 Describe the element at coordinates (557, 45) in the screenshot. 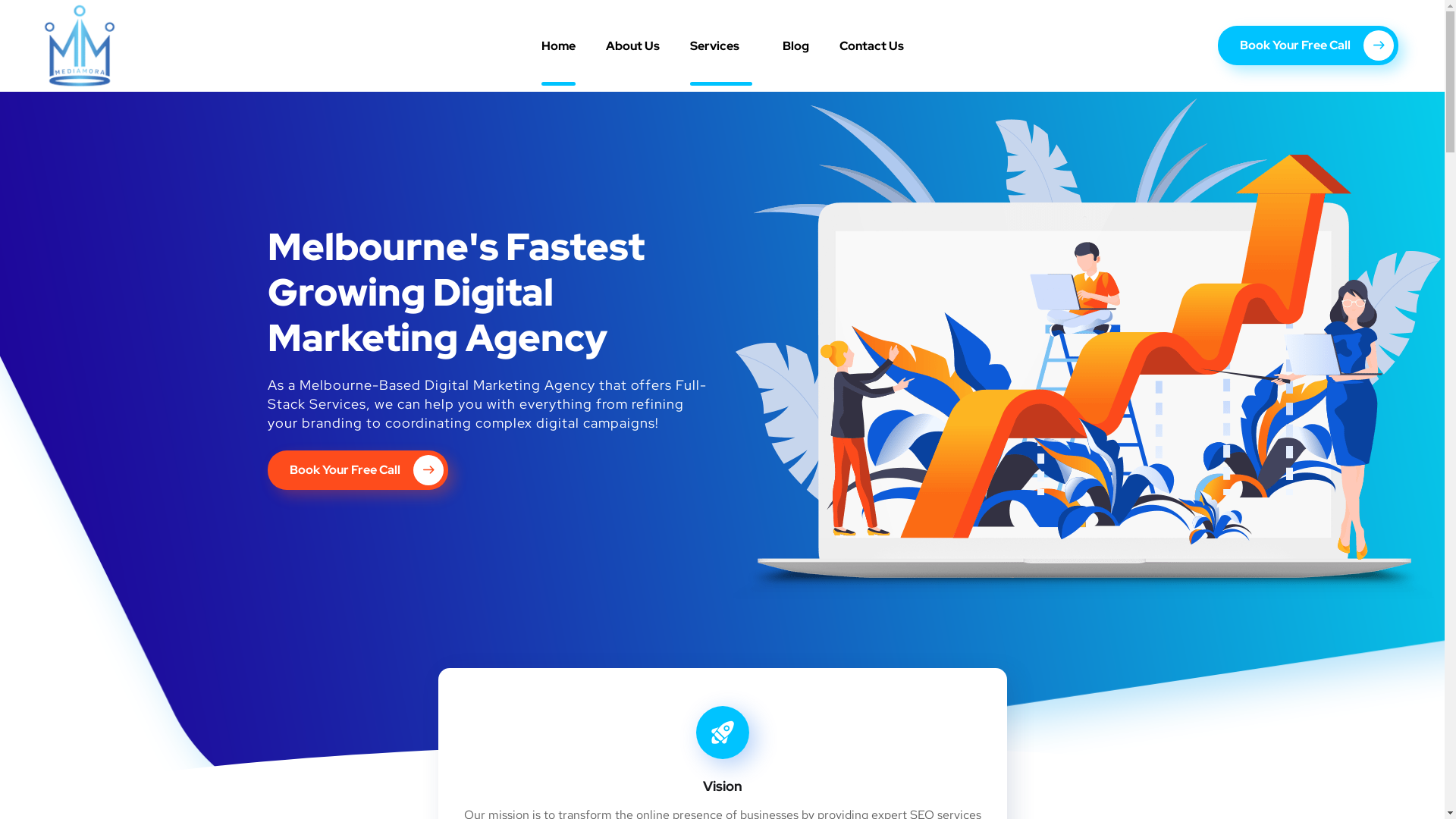

I see `'Home'` at that location.